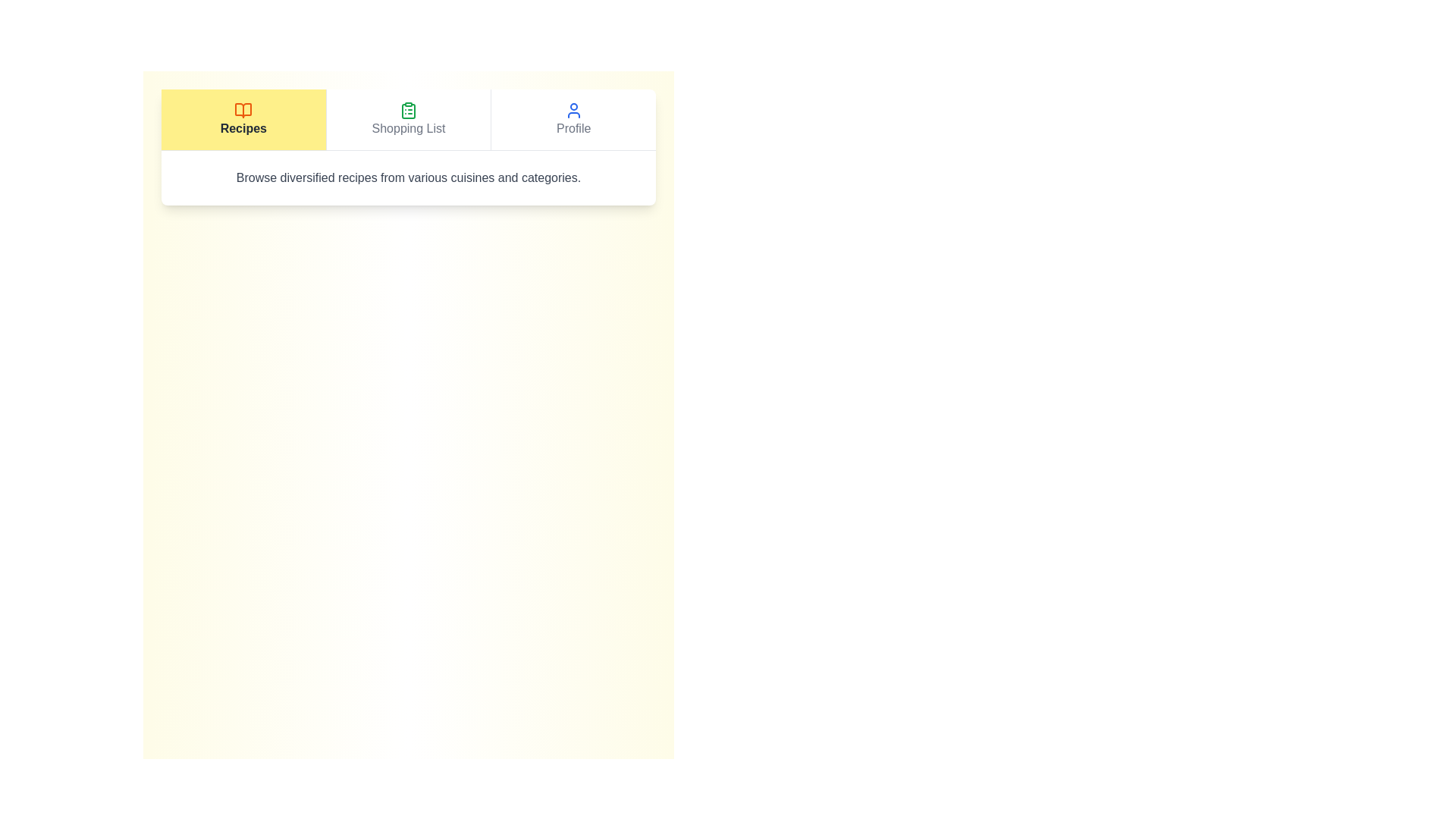  I want to click on the Recipes tab, so click(243, 119).